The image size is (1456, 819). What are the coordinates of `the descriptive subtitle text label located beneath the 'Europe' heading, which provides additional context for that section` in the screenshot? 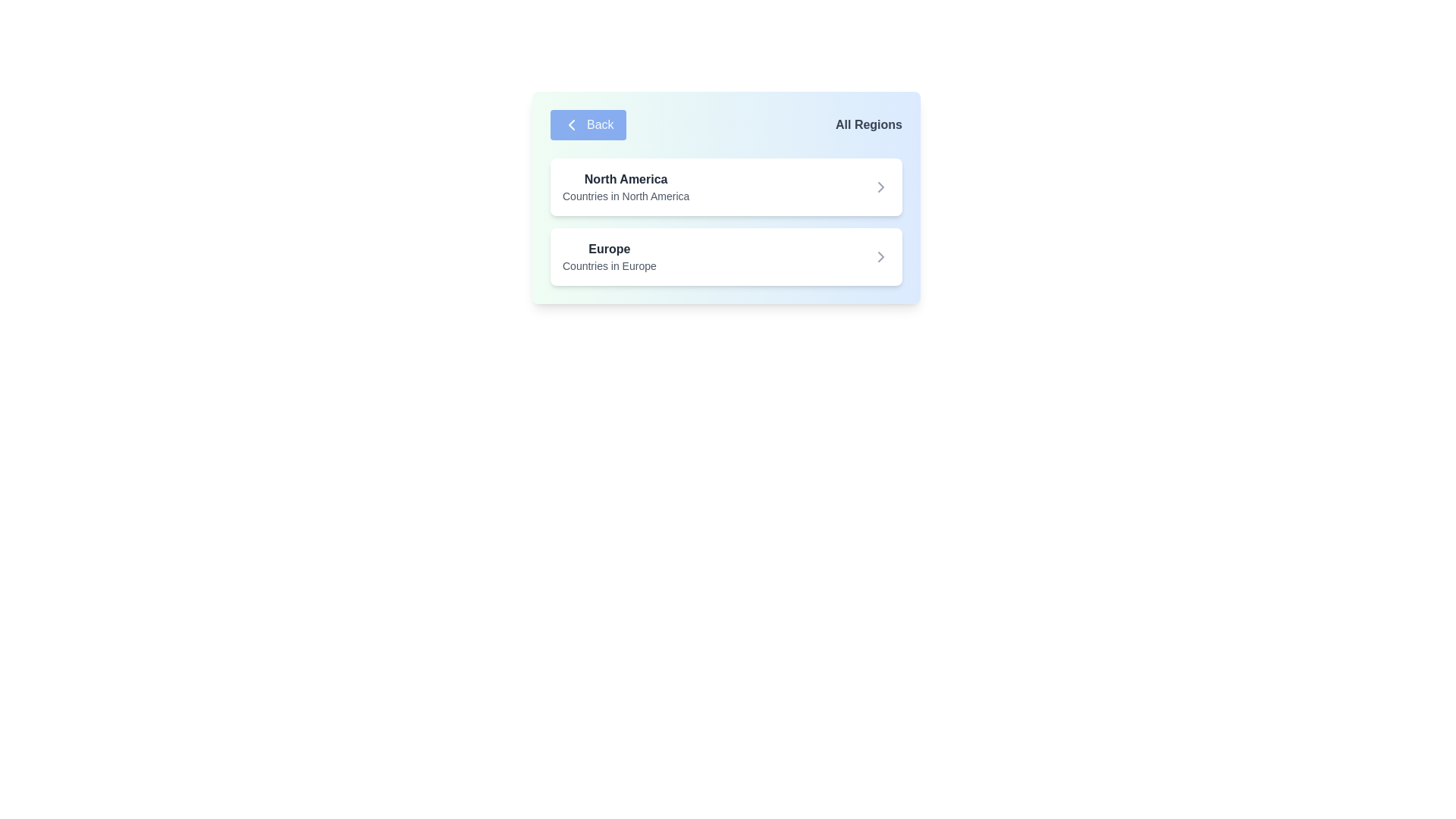 It's located at (609, 265).